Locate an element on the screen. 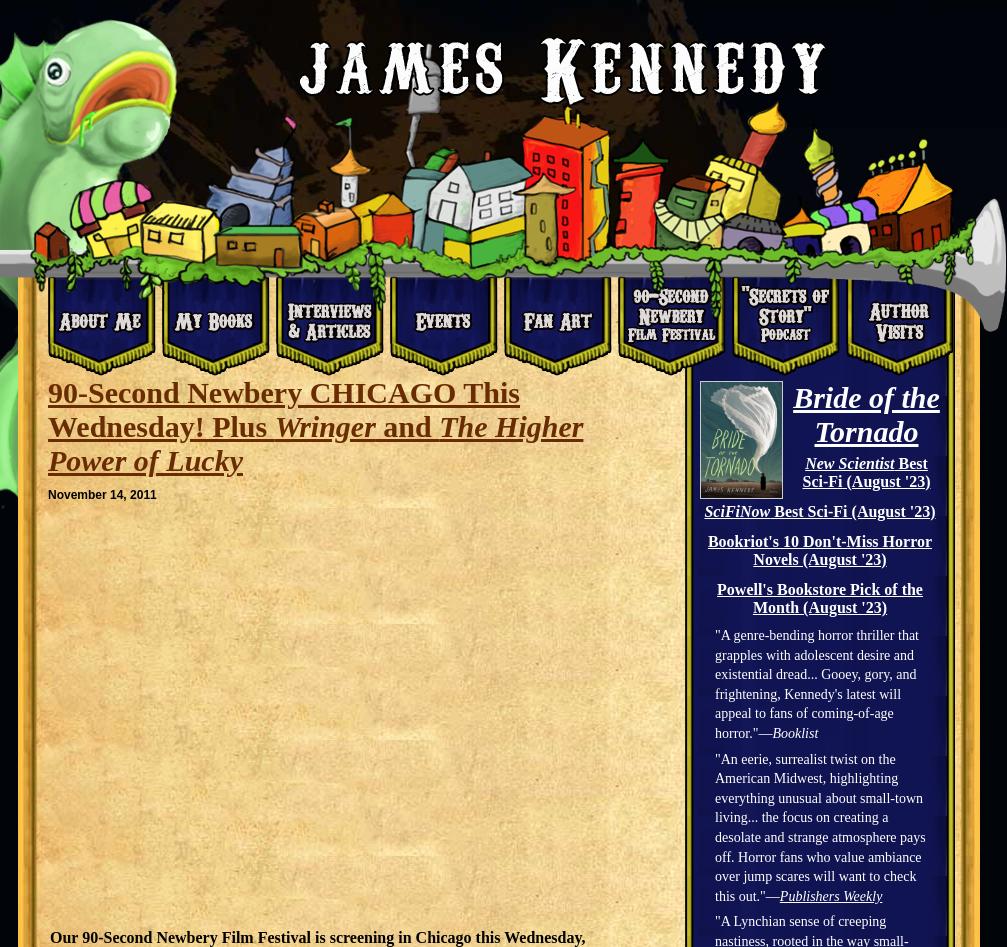 This screenshot has width=1007, height=947. 'November 14, 2011' is located at coordinates (102, 492).